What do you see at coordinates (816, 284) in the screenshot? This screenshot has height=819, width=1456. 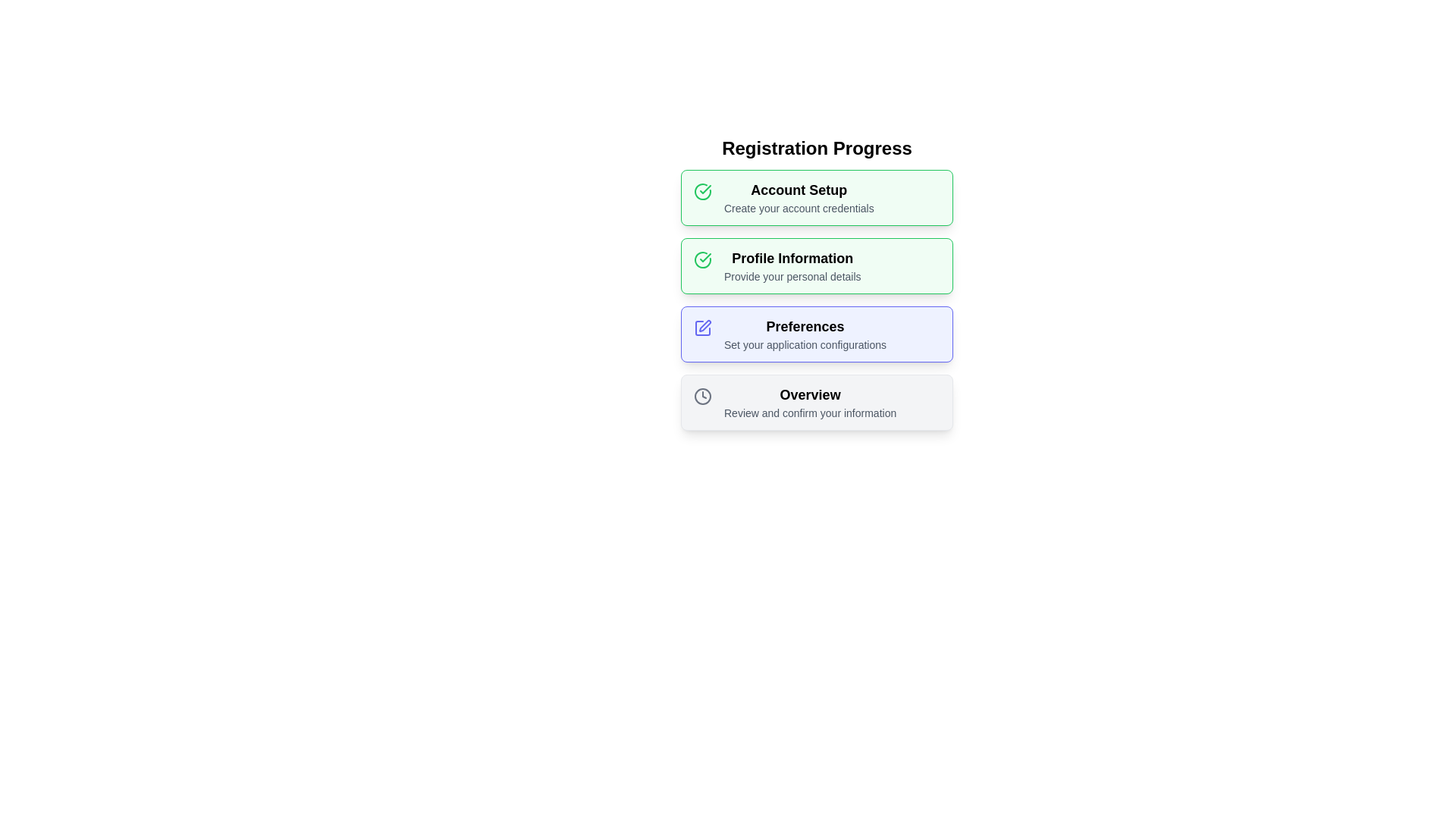 I see `the 'Profile Information' progress tracker step, which is the second step in the vertical list of a registration form, indicated by a green checkmark icon for completion` at bounding box center [816, 284].